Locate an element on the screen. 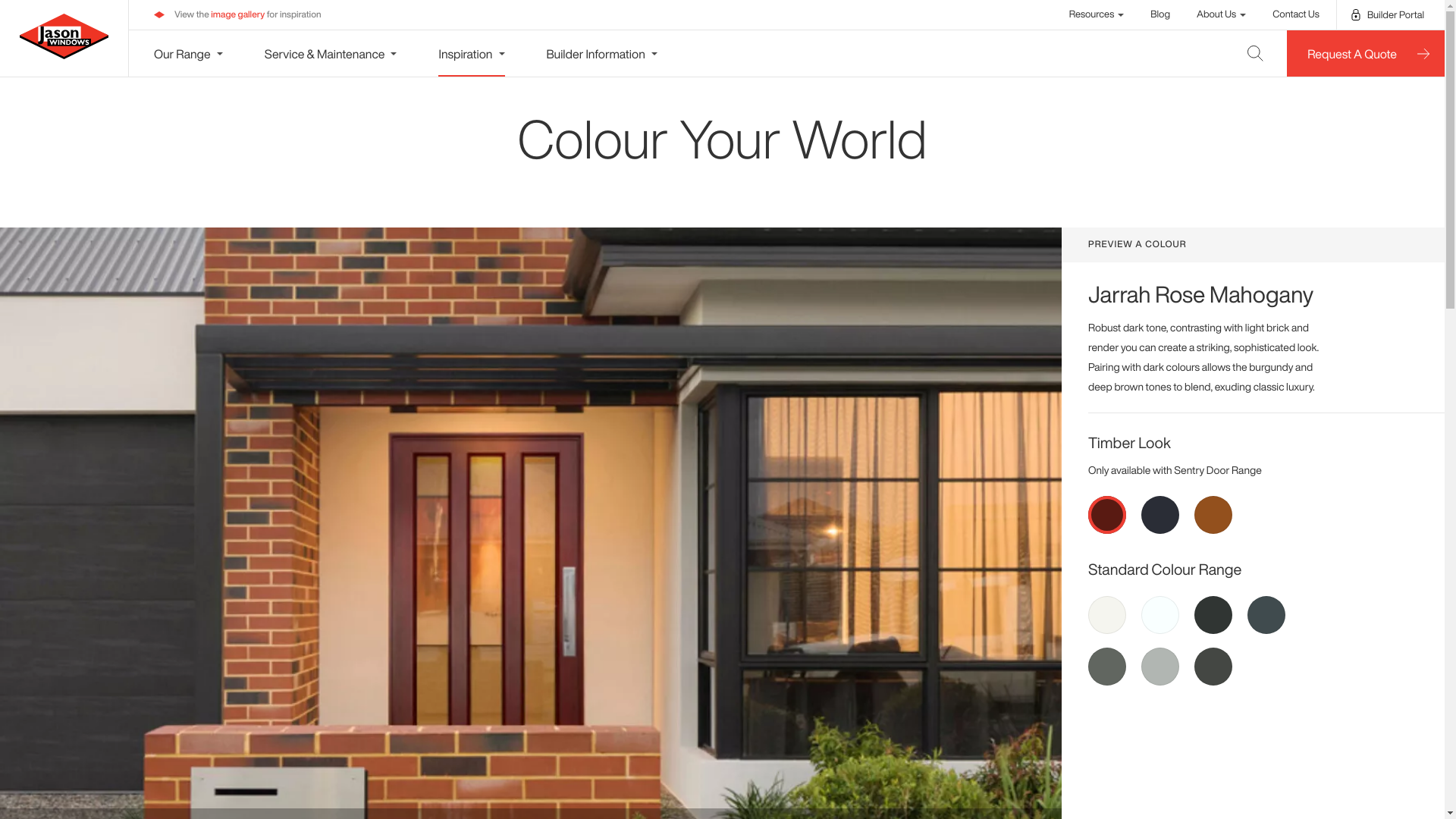 The width and height of the screenshot is (1456, 819). 'Pearl White' is located at coordinates (1159, 614).